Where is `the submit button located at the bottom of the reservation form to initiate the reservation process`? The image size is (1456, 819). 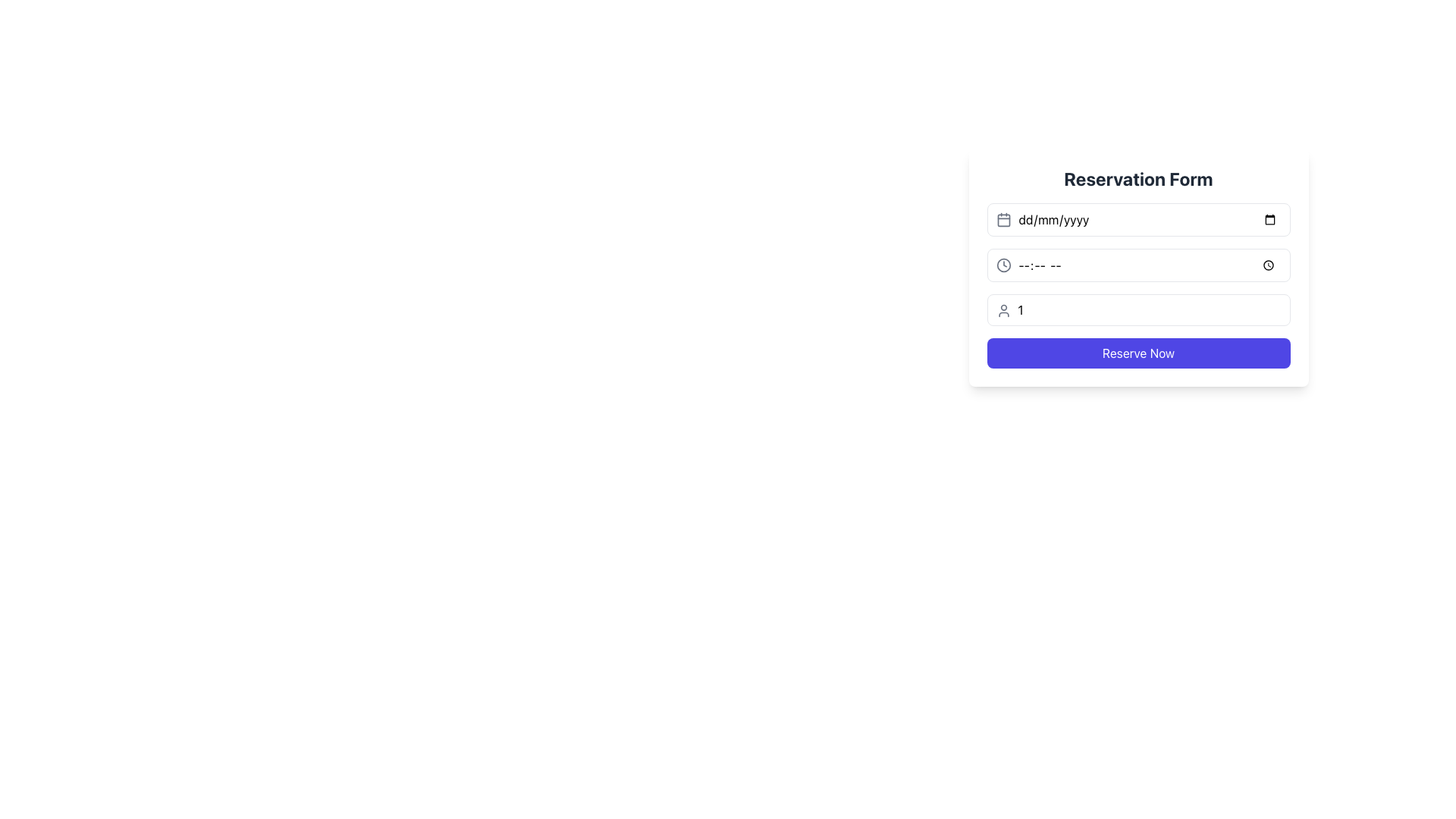 the submit button located at the bottom of the reservation form to initiate the reservation process is located at coordinates (1138, 353).